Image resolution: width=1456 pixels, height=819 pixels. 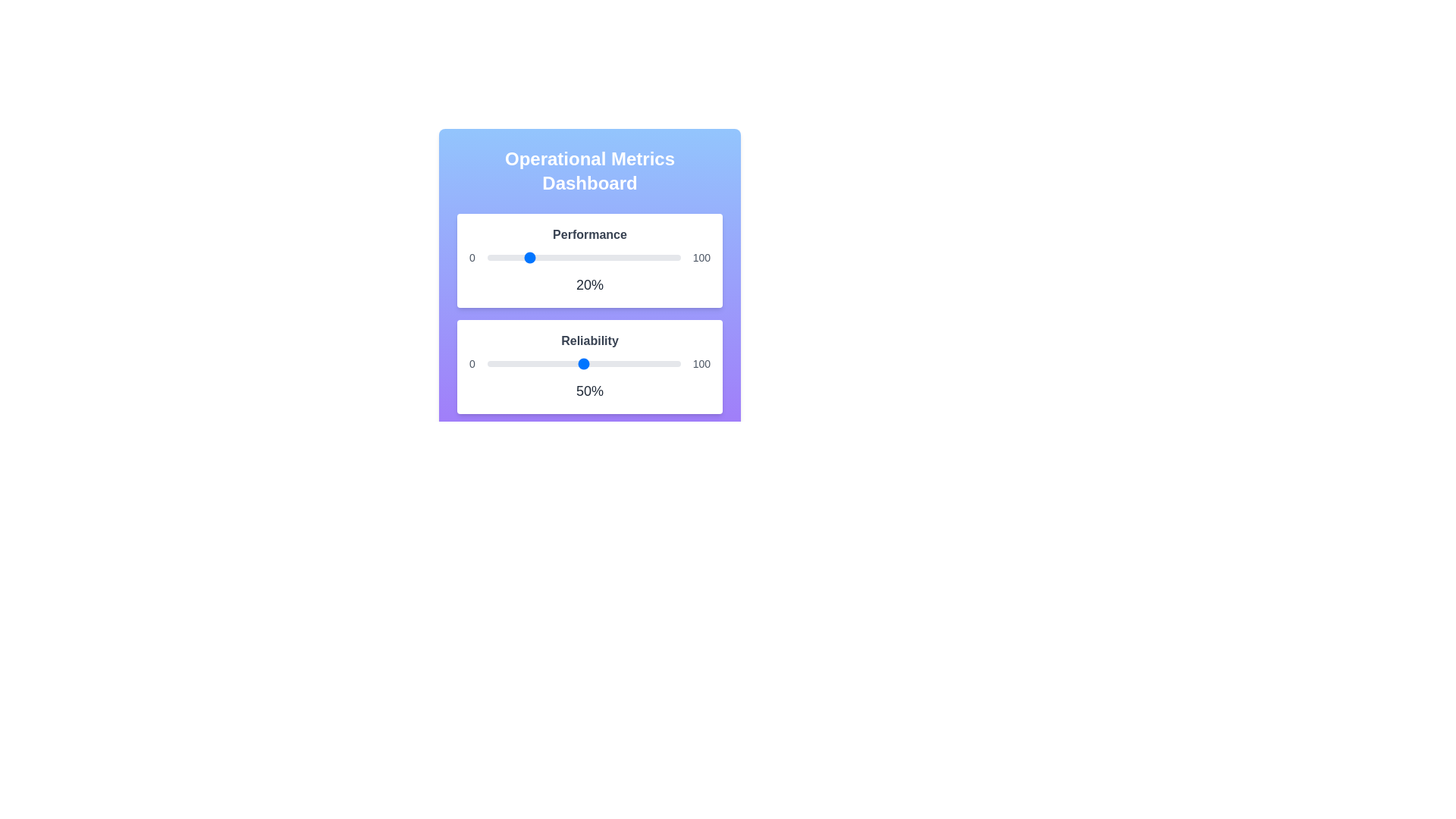 What do you see at coordinates (471, 363) in the screenshot?
I see `static text label displaying the value '0' in gray color, positioned on the left side of the slider range in the lower panel labeled 'Reliability'` at bounding box center [471, 363].